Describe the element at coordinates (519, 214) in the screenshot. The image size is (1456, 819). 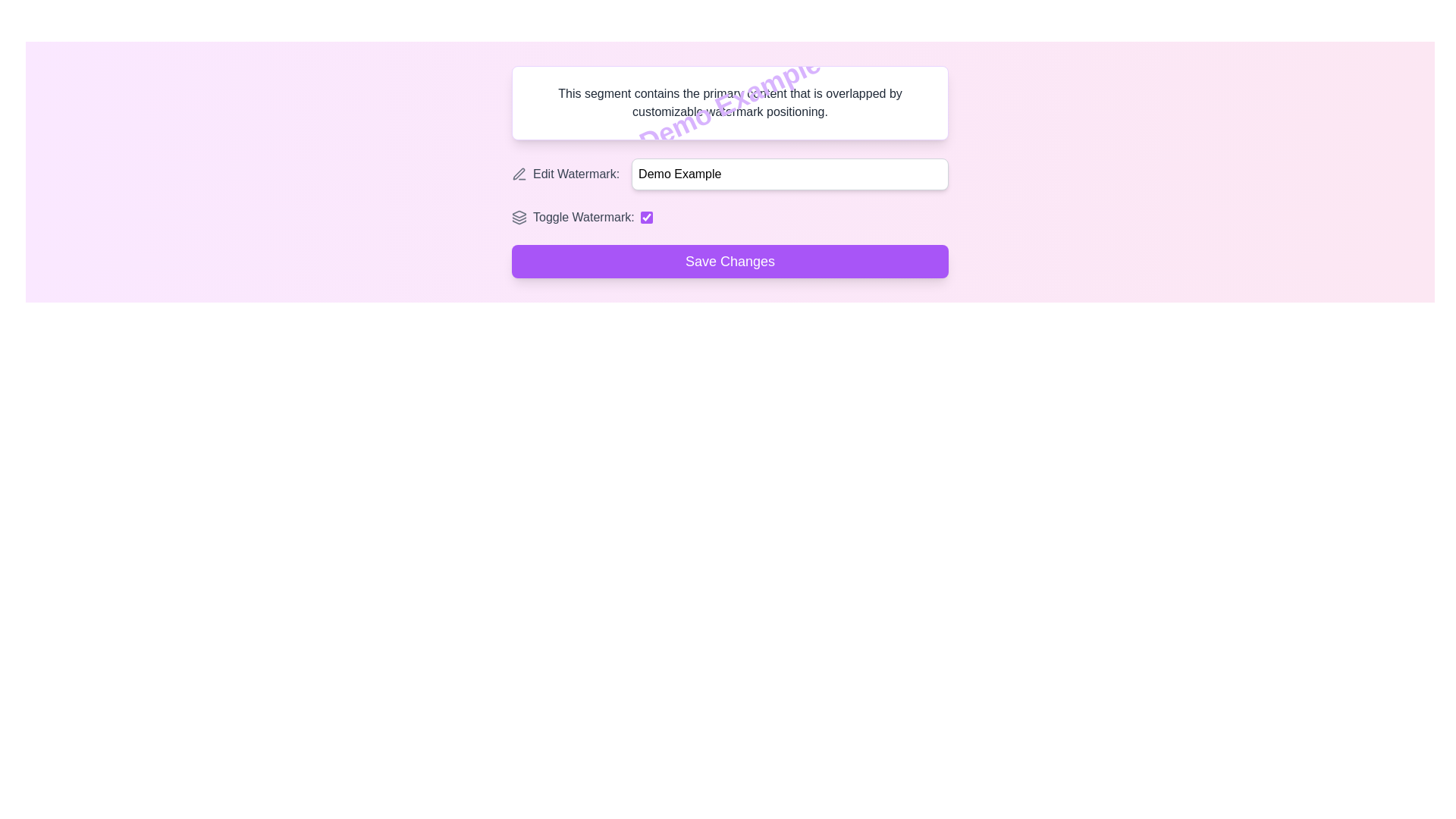
I see `the topmost layer icon in the SVG that represents layers or stacks, located in the top-right corner of the interface box` at that location.